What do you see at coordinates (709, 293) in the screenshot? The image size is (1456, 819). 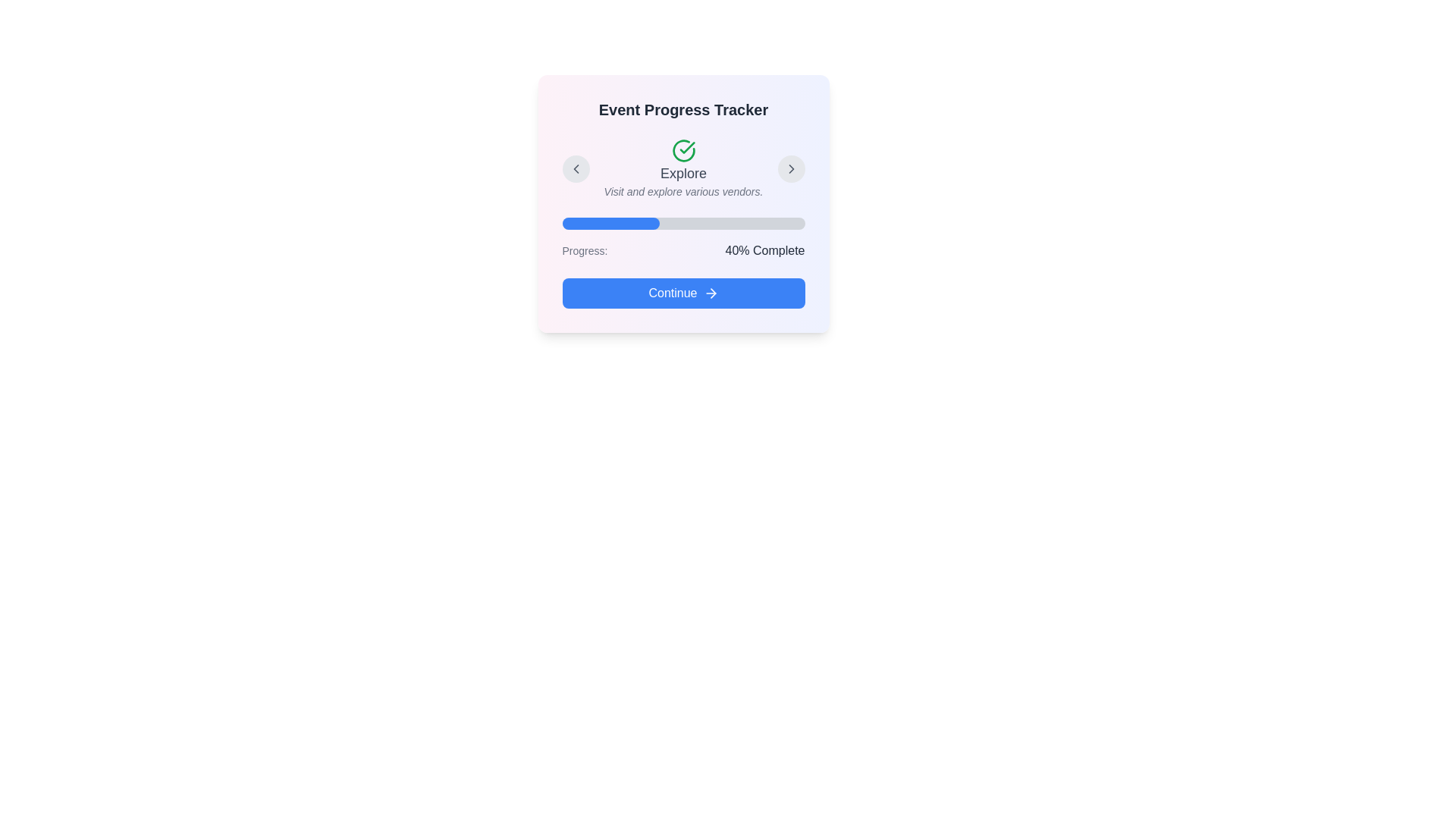 I see `the right-facing arrow icon located at the rightmost part of the 'Continue' button` at bounding box center [709, 293].